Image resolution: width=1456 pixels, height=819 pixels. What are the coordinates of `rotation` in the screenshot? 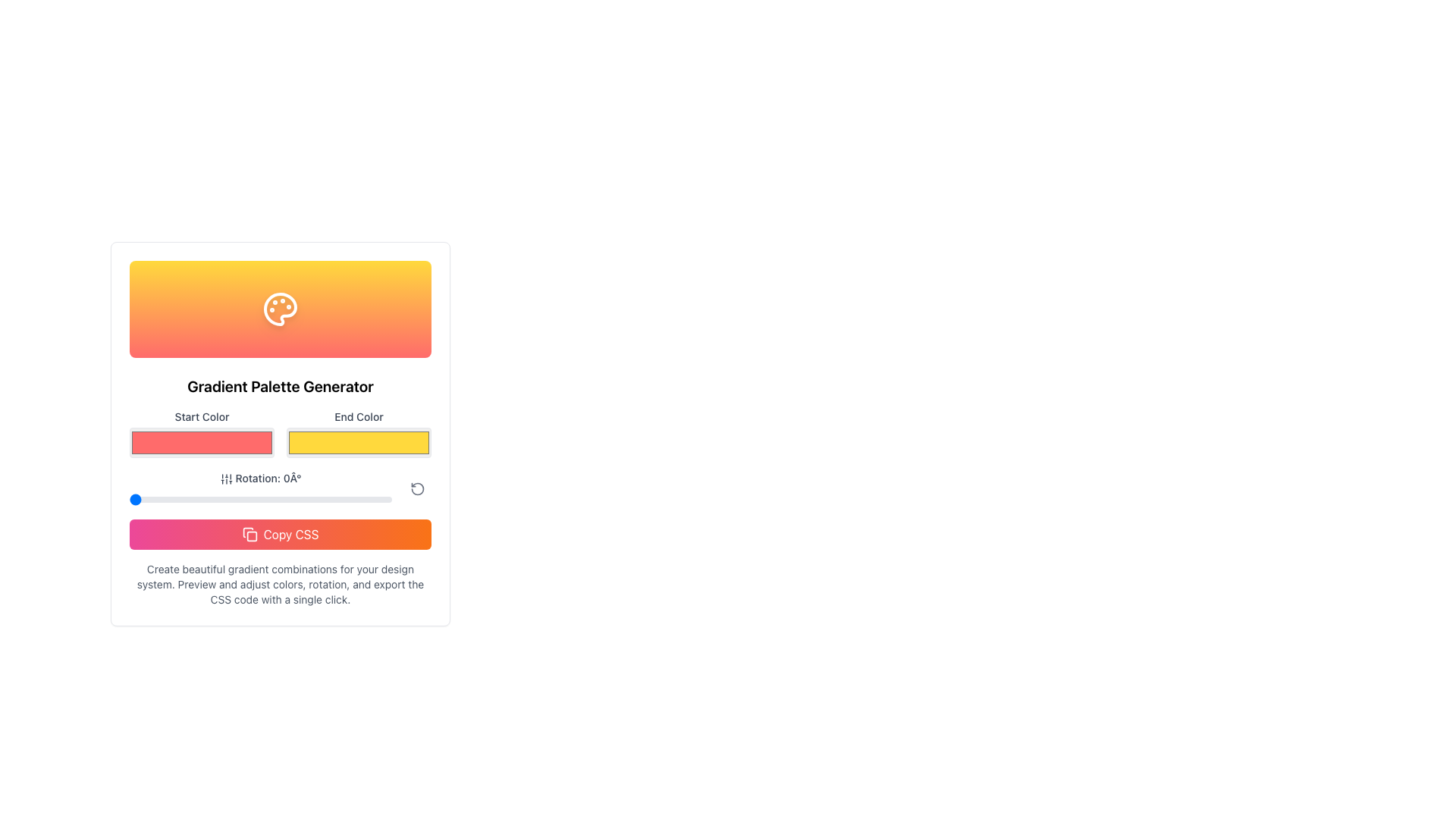 It's located at (165, 500).